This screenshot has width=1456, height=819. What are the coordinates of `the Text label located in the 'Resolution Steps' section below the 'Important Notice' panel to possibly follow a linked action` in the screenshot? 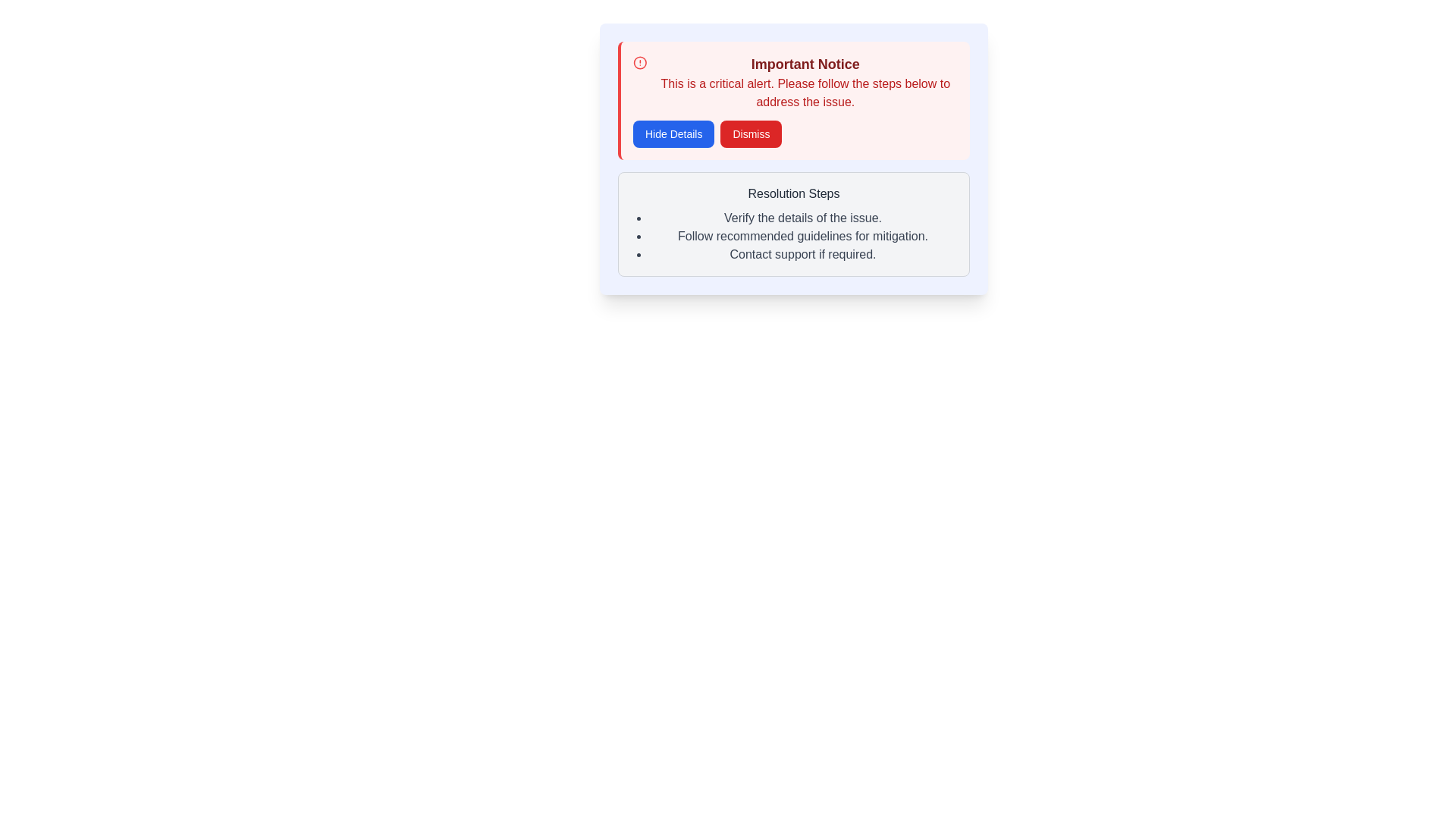 It's located at (802, 218).